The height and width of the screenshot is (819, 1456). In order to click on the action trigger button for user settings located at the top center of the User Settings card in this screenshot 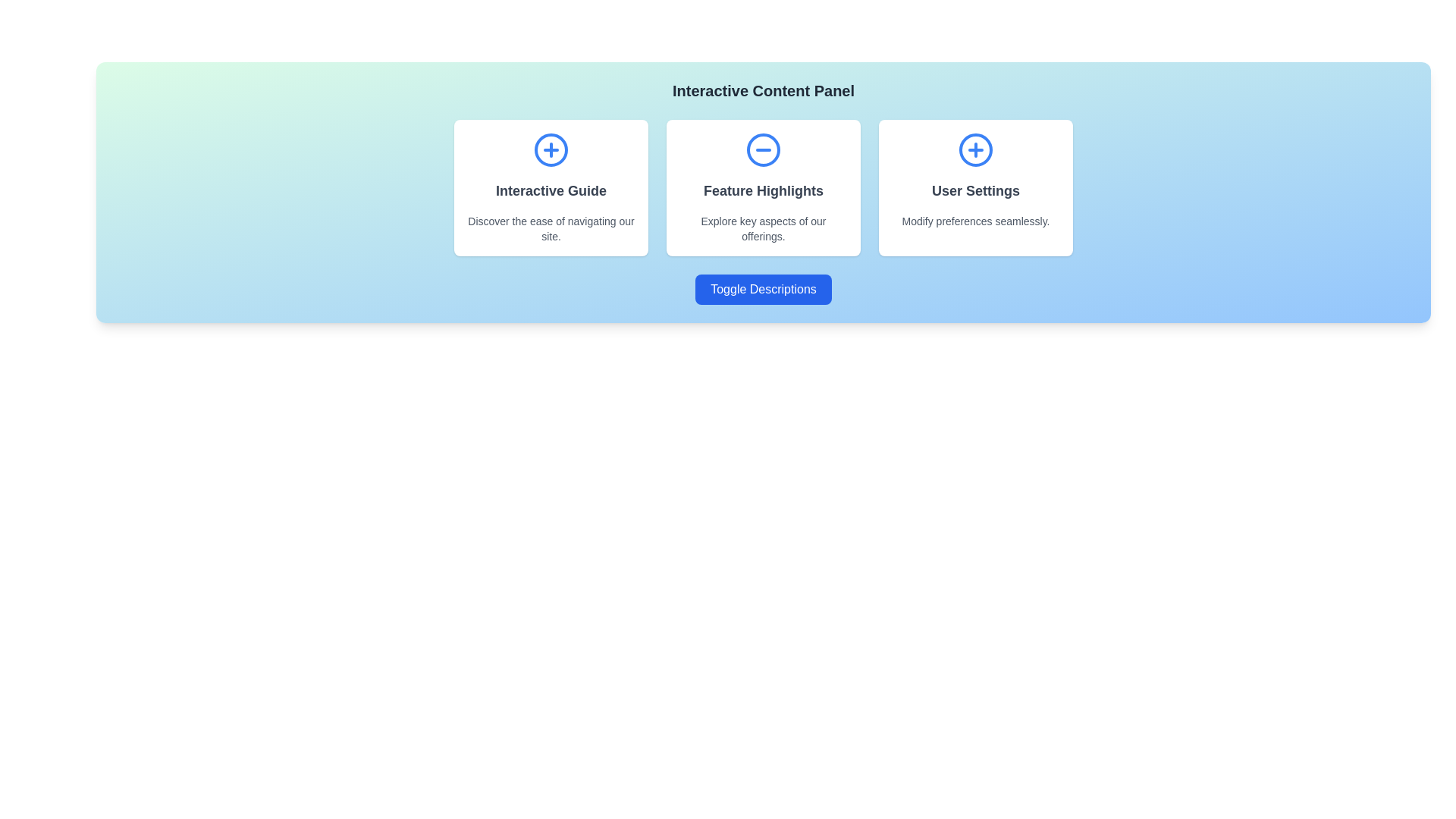, I will do `click(975, 149)`.